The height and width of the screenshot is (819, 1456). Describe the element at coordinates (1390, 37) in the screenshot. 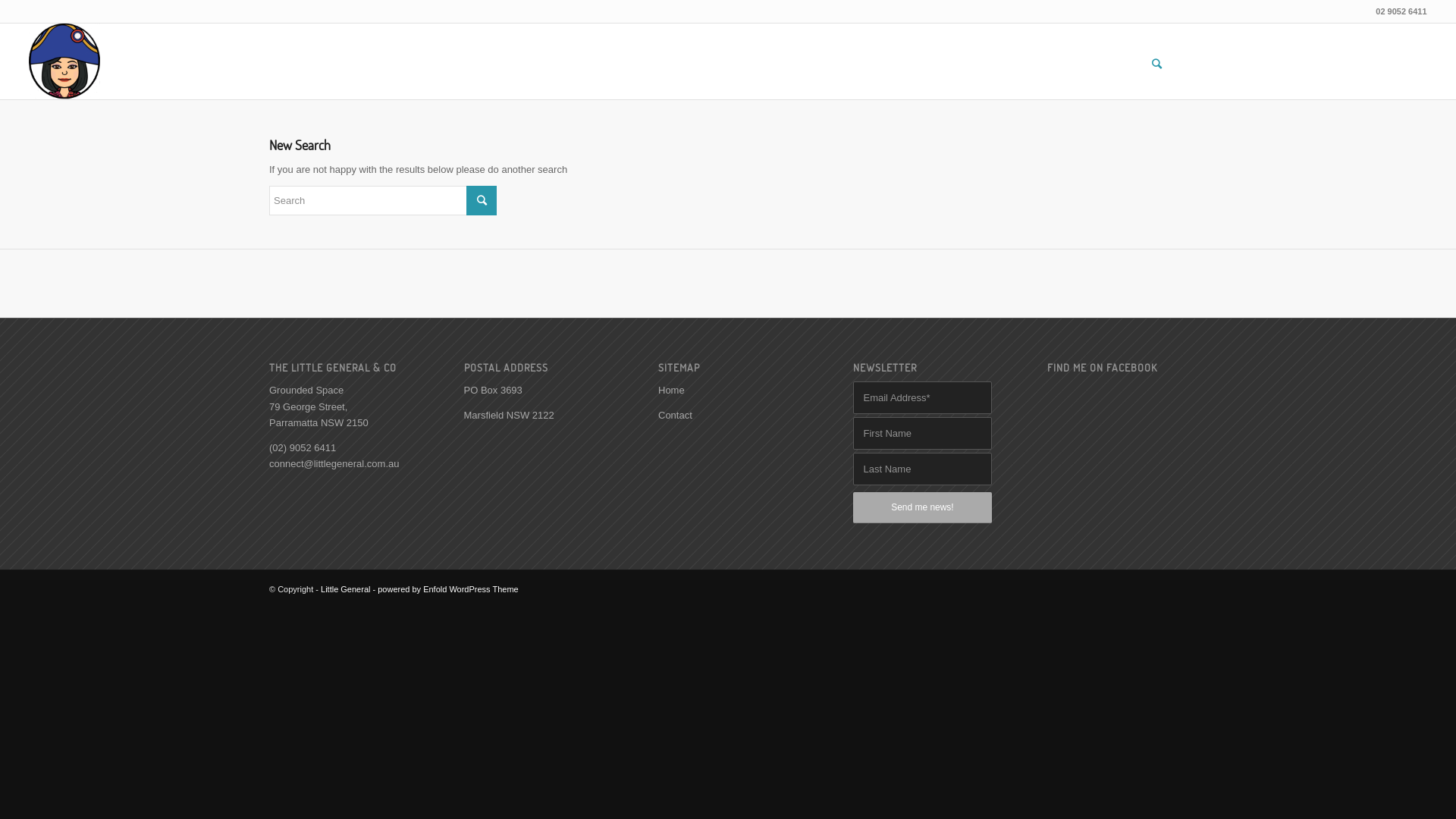

I see `'Blog'` at that location.